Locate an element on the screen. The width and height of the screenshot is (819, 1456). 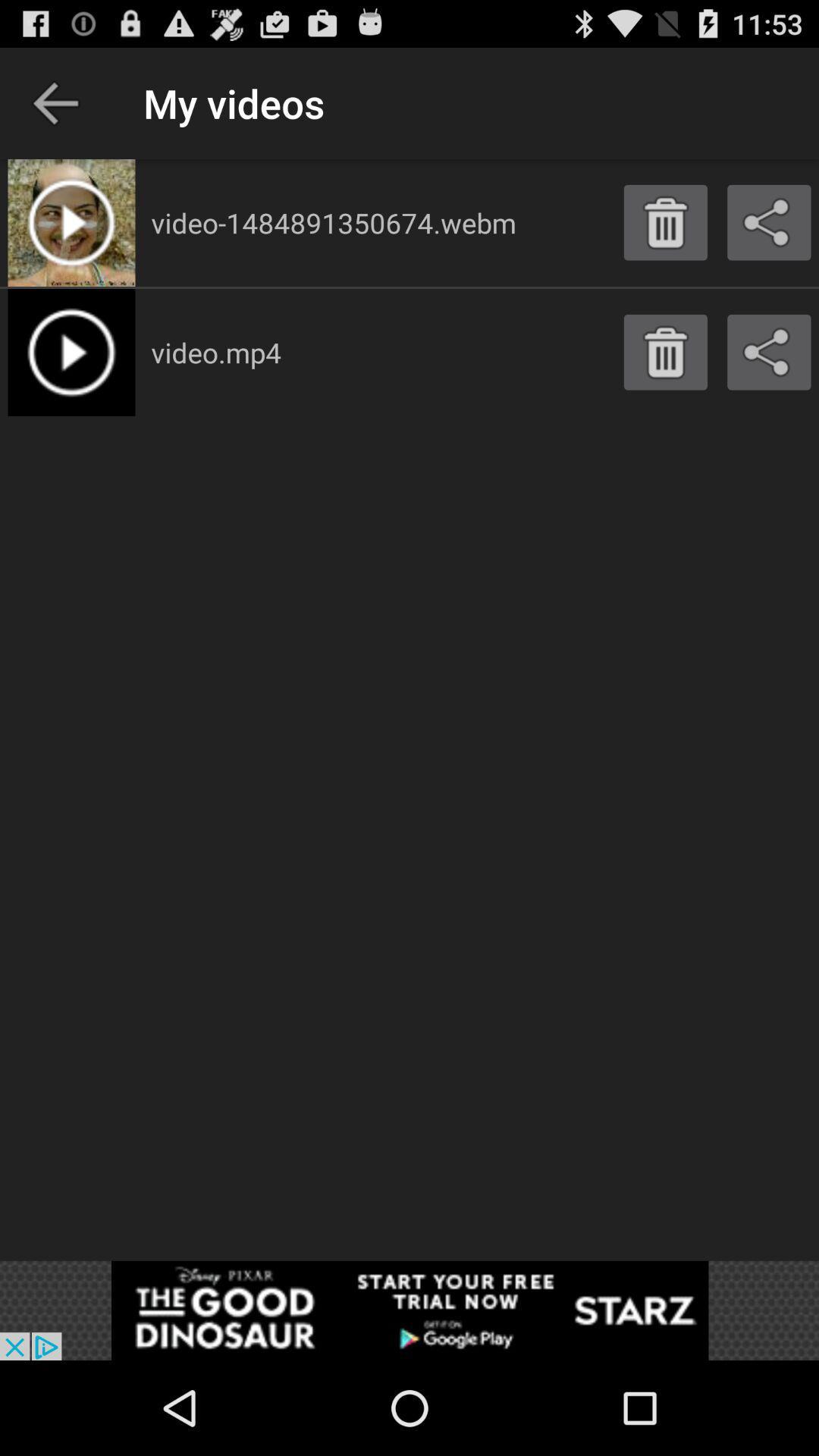
shows the advertisement tab is located at coordinates (409, 1310).